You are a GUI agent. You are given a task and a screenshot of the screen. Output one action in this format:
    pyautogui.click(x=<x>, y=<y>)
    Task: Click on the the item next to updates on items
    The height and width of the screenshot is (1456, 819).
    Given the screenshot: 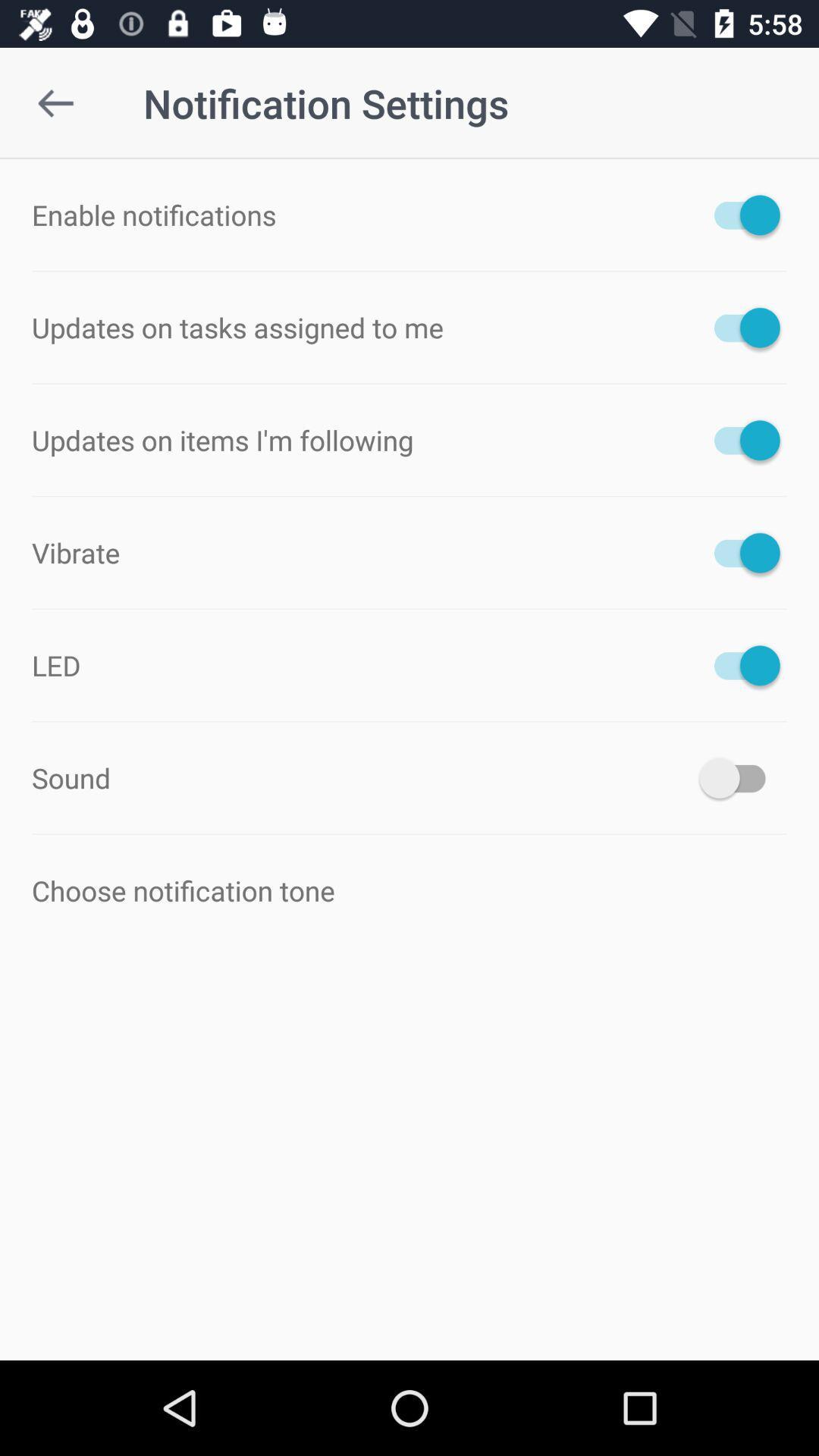 What is the action you would take?
    pyautogui.click(x=739, y=439)
    